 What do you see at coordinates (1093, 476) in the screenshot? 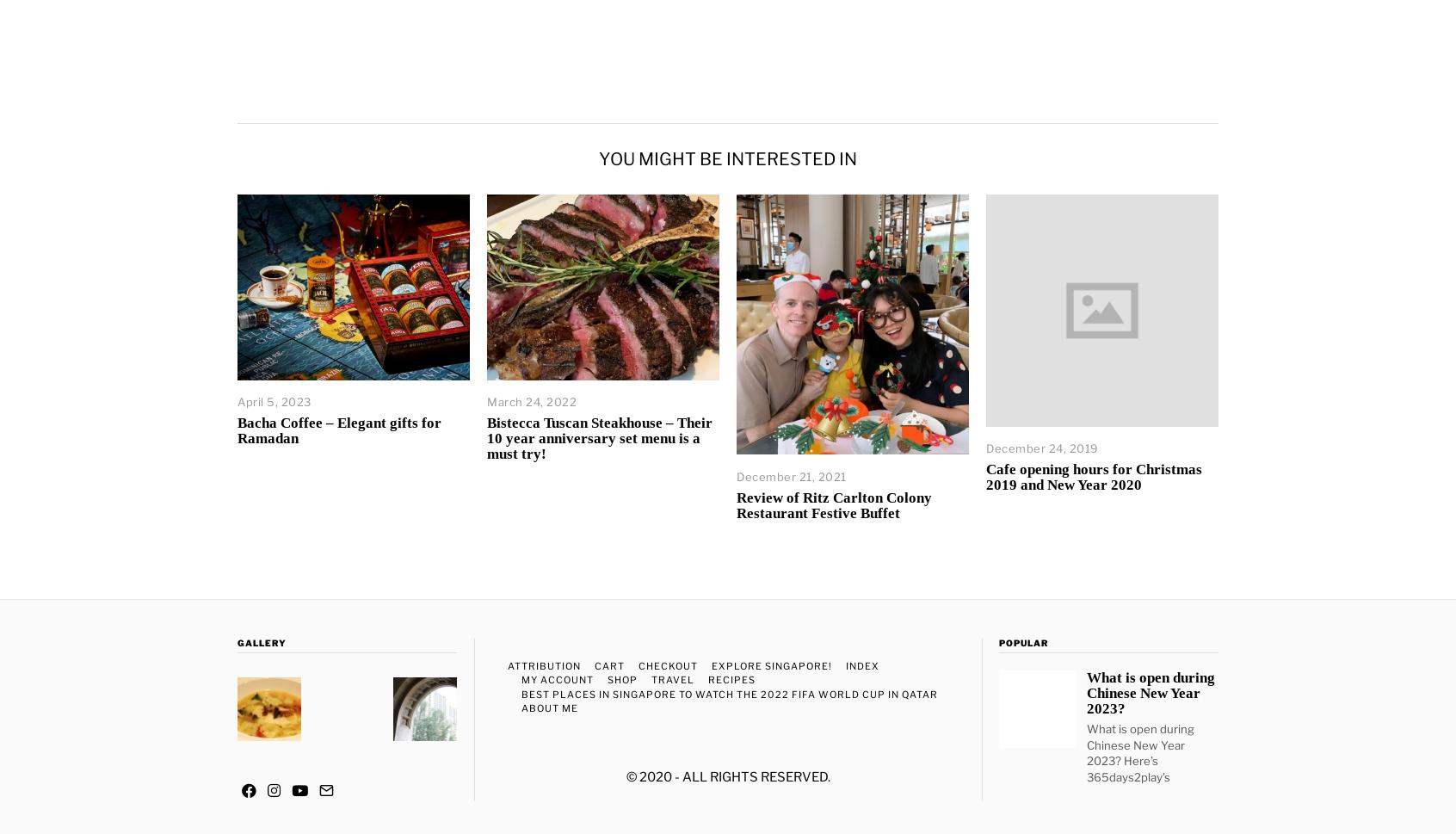
I see `'Cafe opening hours for Christmas 2019 and New Year 2020'` at bounding box center [1093, 476].